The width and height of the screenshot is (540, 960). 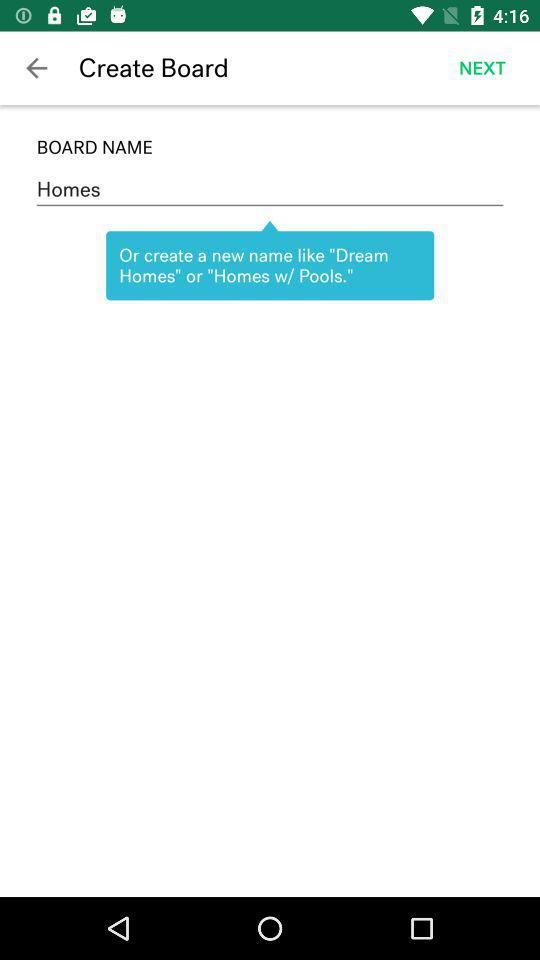 I want to click on the board name, so click(x=270, y=146).